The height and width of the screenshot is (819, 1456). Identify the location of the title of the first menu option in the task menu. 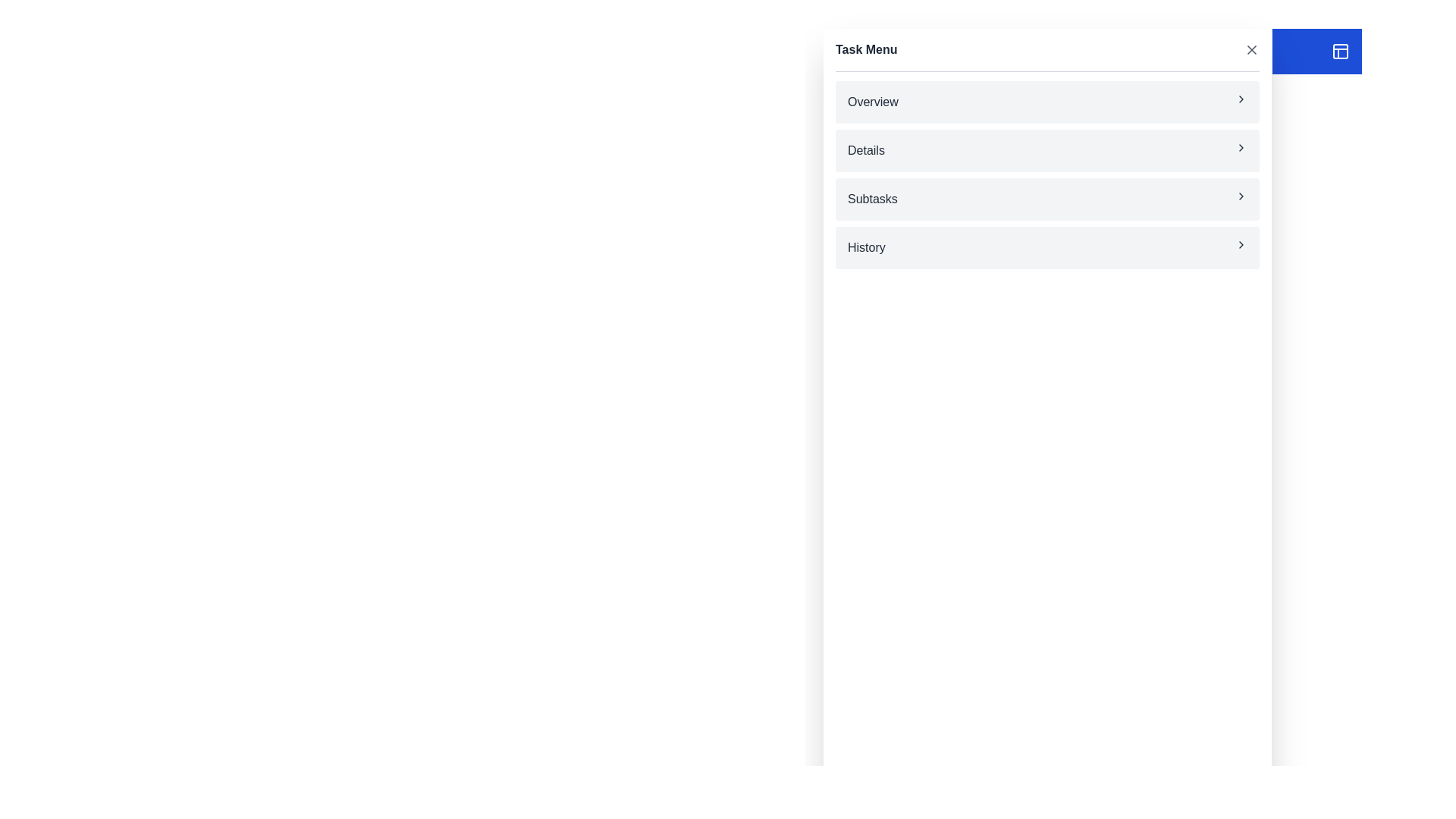
(873, 102).